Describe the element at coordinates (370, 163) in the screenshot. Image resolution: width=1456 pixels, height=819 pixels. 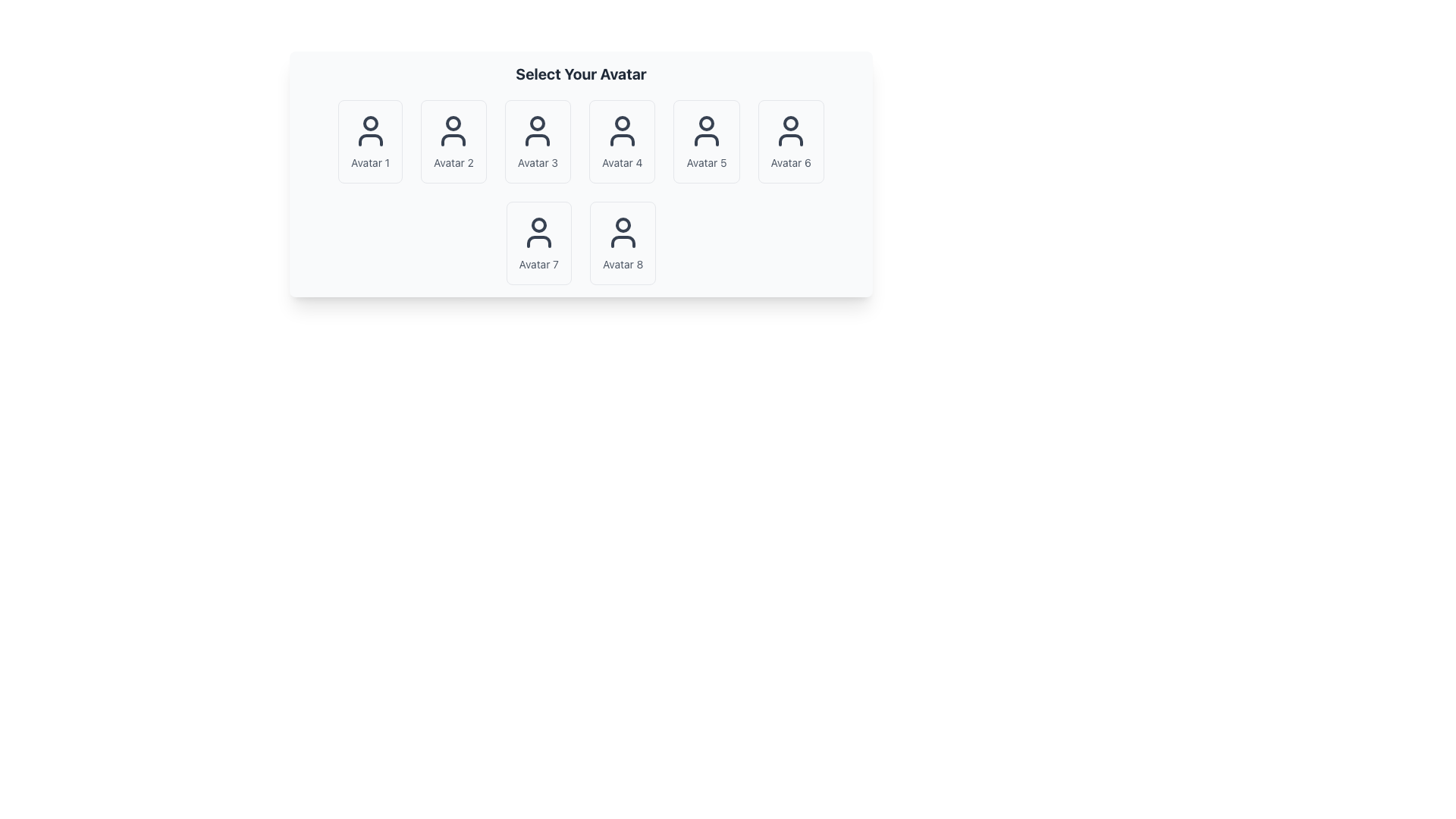
I see `the text label displaying 'Avatar 1', which is styled in light gray and located below the first avatar in a two-row grid` at that location.